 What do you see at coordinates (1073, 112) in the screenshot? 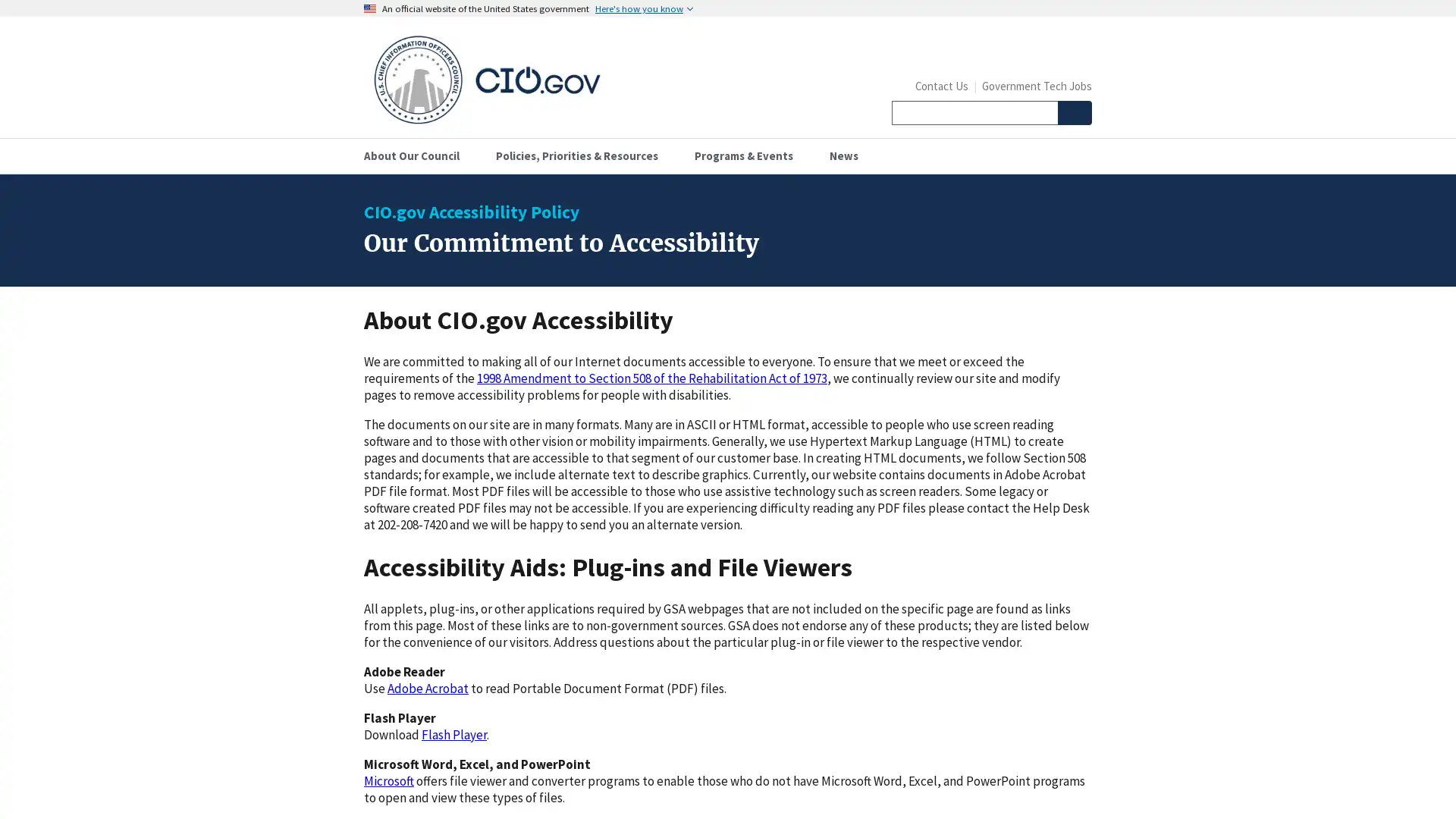
I see `Search` at bounding box center [1073, 112].